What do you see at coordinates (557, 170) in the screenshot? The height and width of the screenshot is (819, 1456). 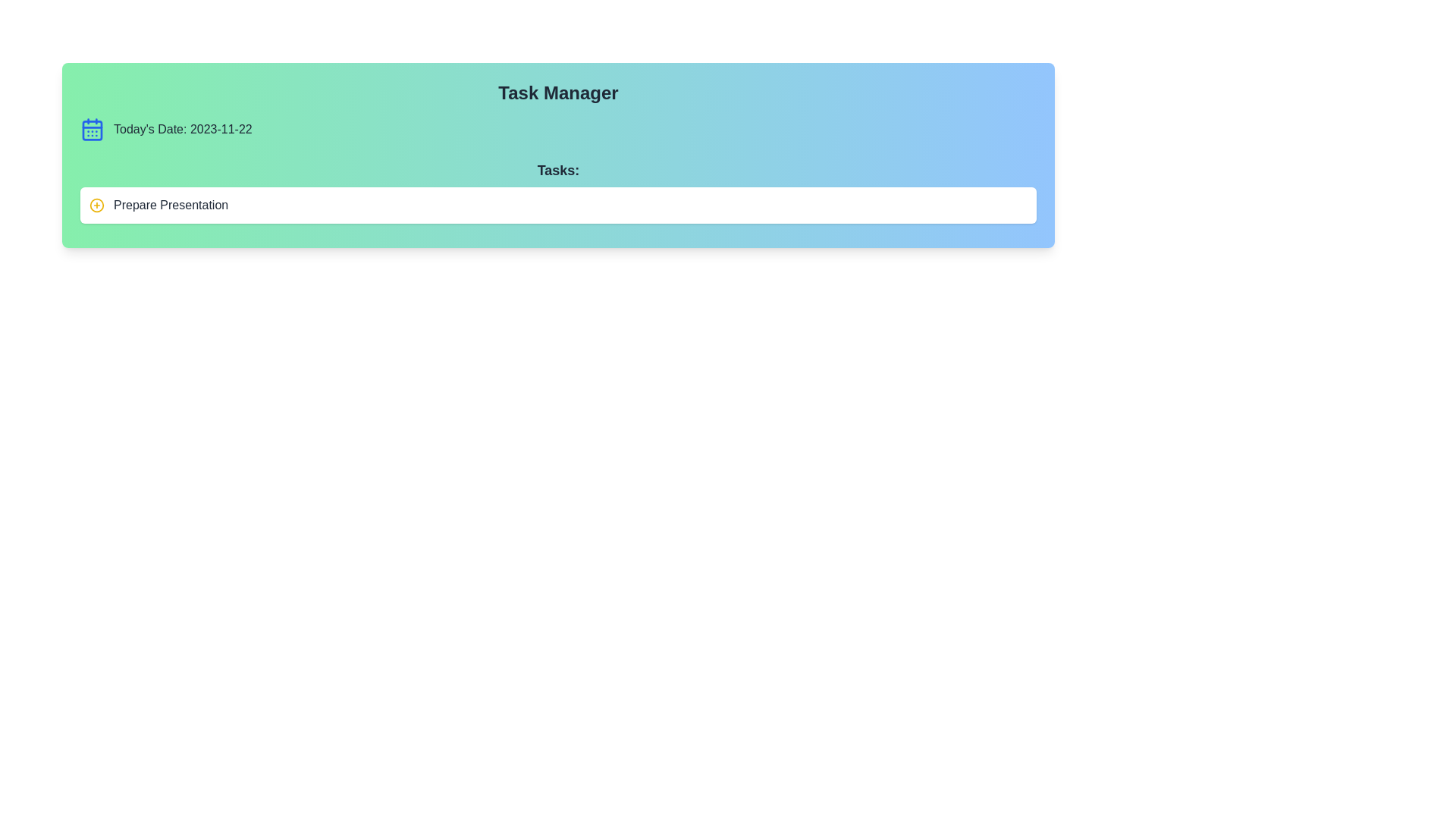 I see `text label 'Tasks:' which is styled as a header and positioned above the task list in the task management interface` at bounding box center [557, 170].